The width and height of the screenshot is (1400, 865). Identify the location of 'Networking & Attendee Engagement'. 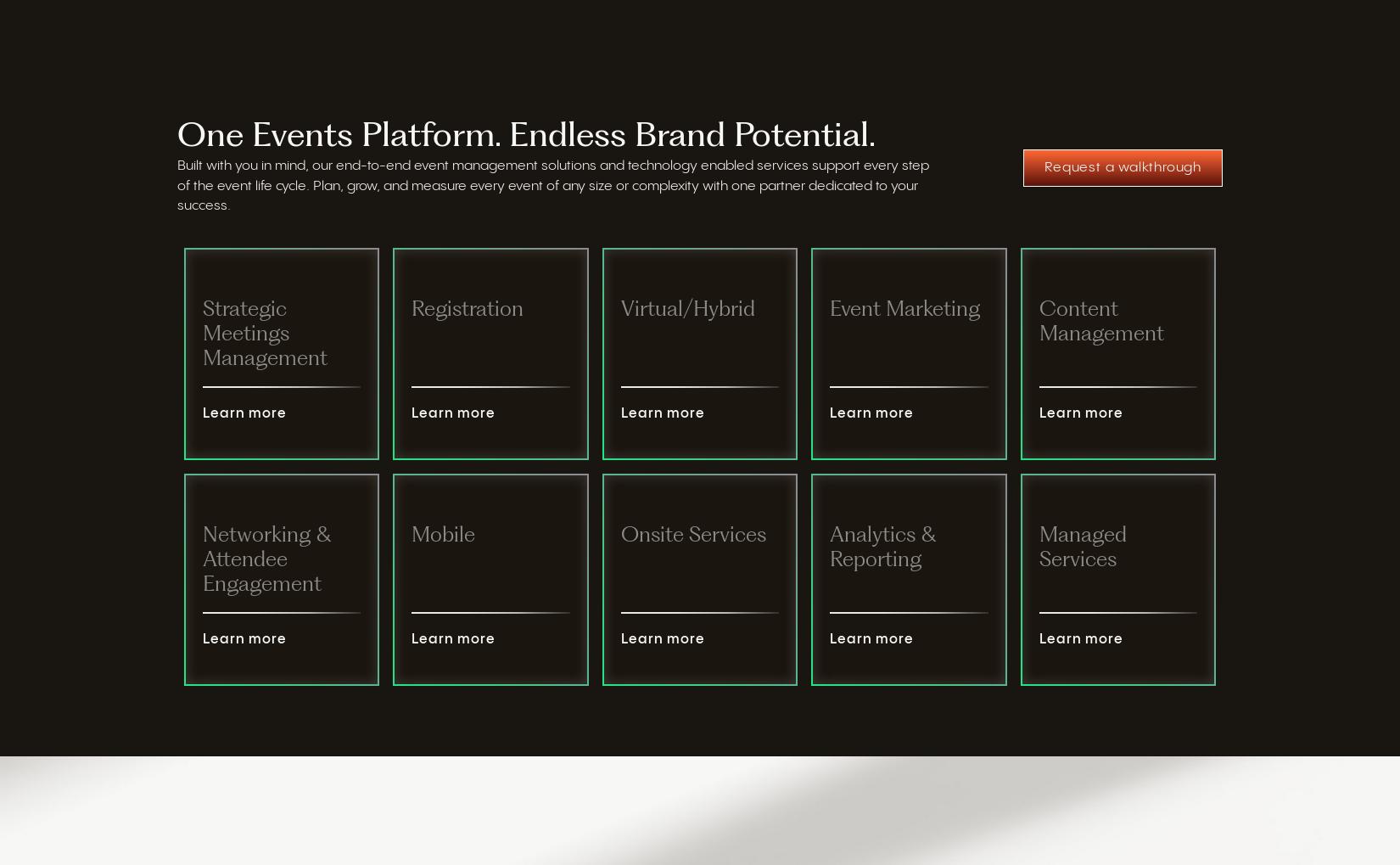
(266, 559).